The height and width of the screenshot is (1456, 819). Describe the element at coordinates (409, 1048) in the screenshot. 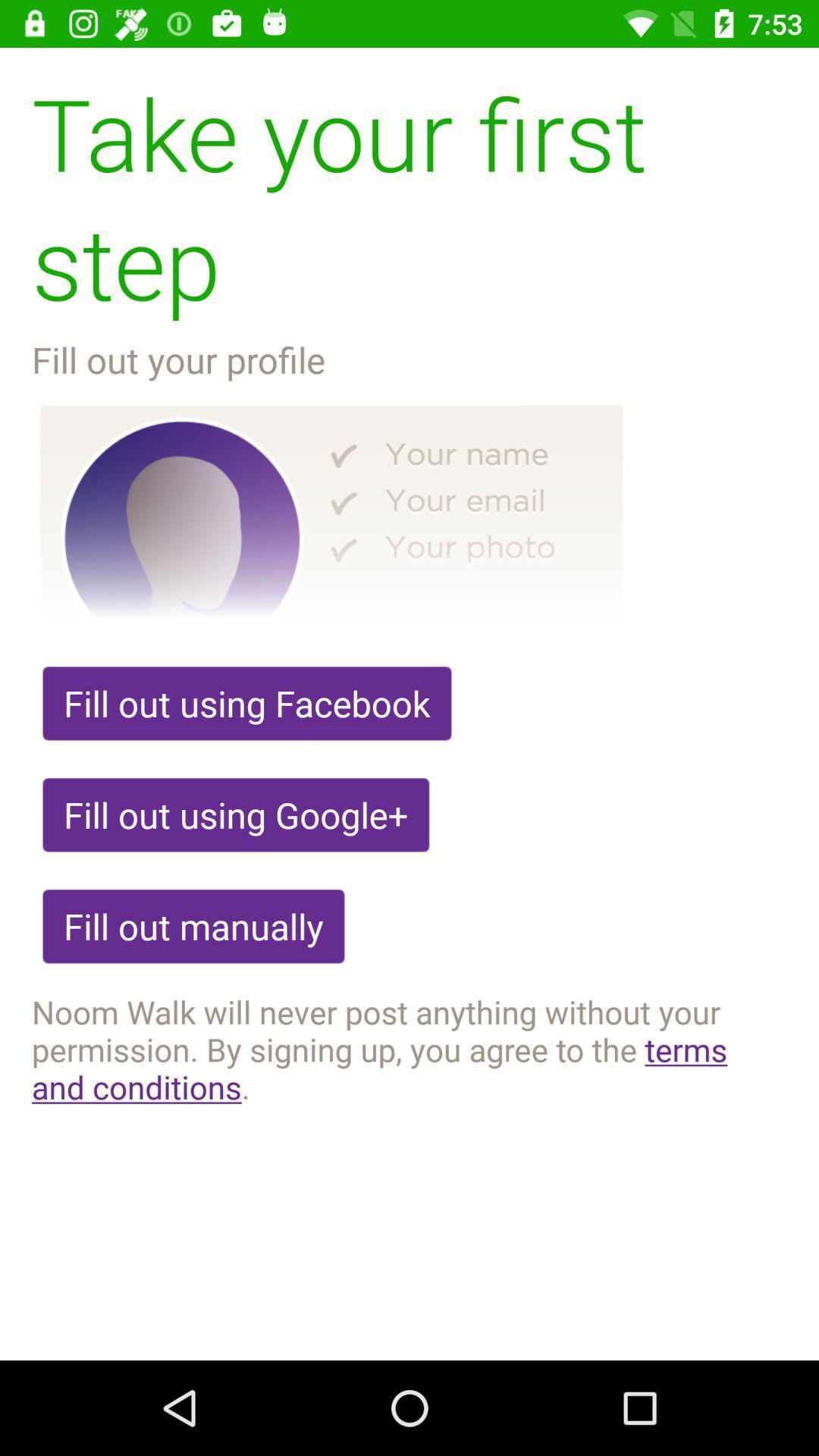

I see `noom walk will` at that location.